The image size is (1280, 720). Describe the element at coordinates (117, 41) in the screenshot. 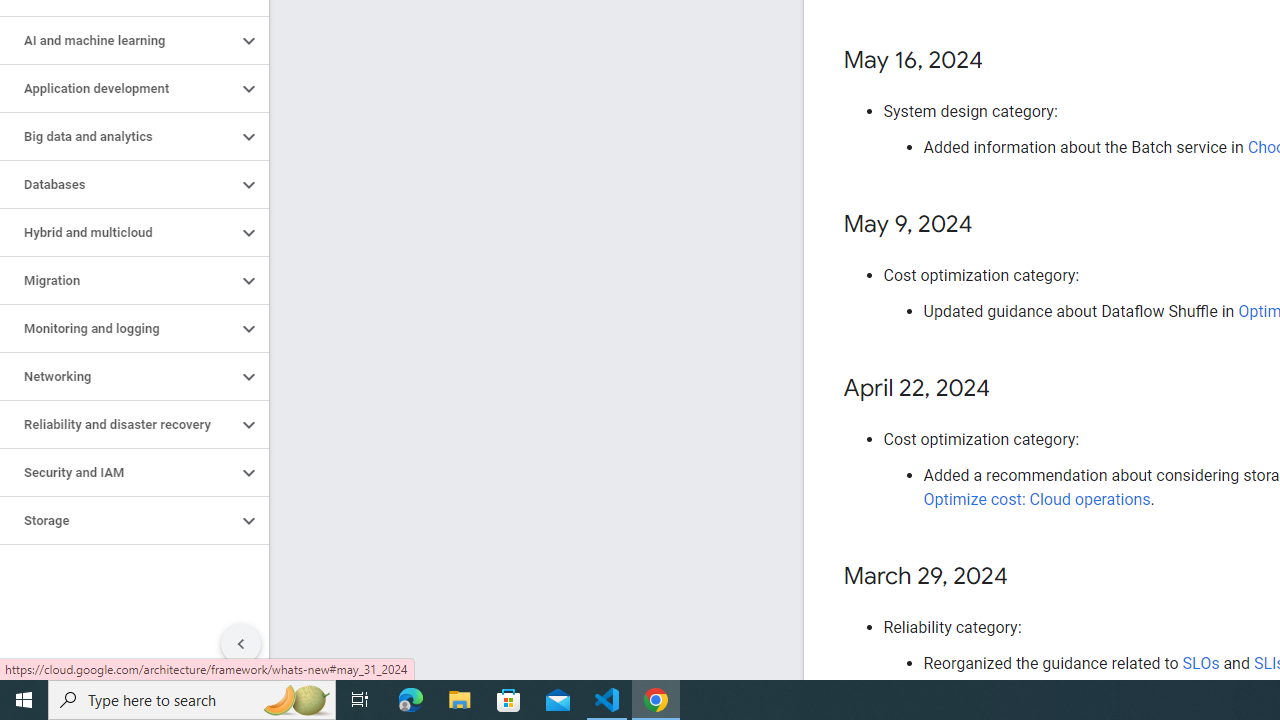

I see `'AI and machine learning'` at that location.